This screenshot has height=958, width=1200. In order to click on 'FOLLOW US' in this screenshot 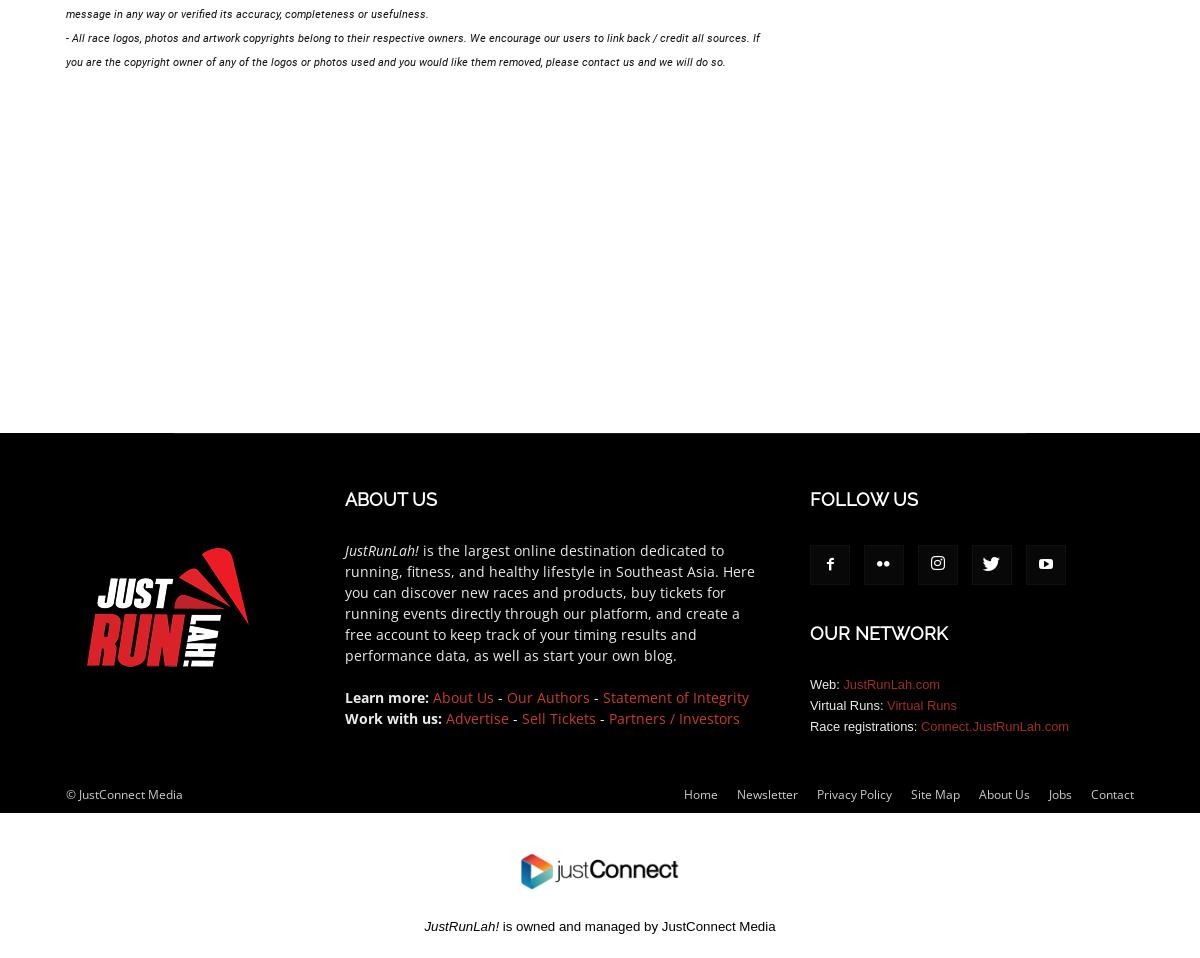, I will do `click(809, 497)`.